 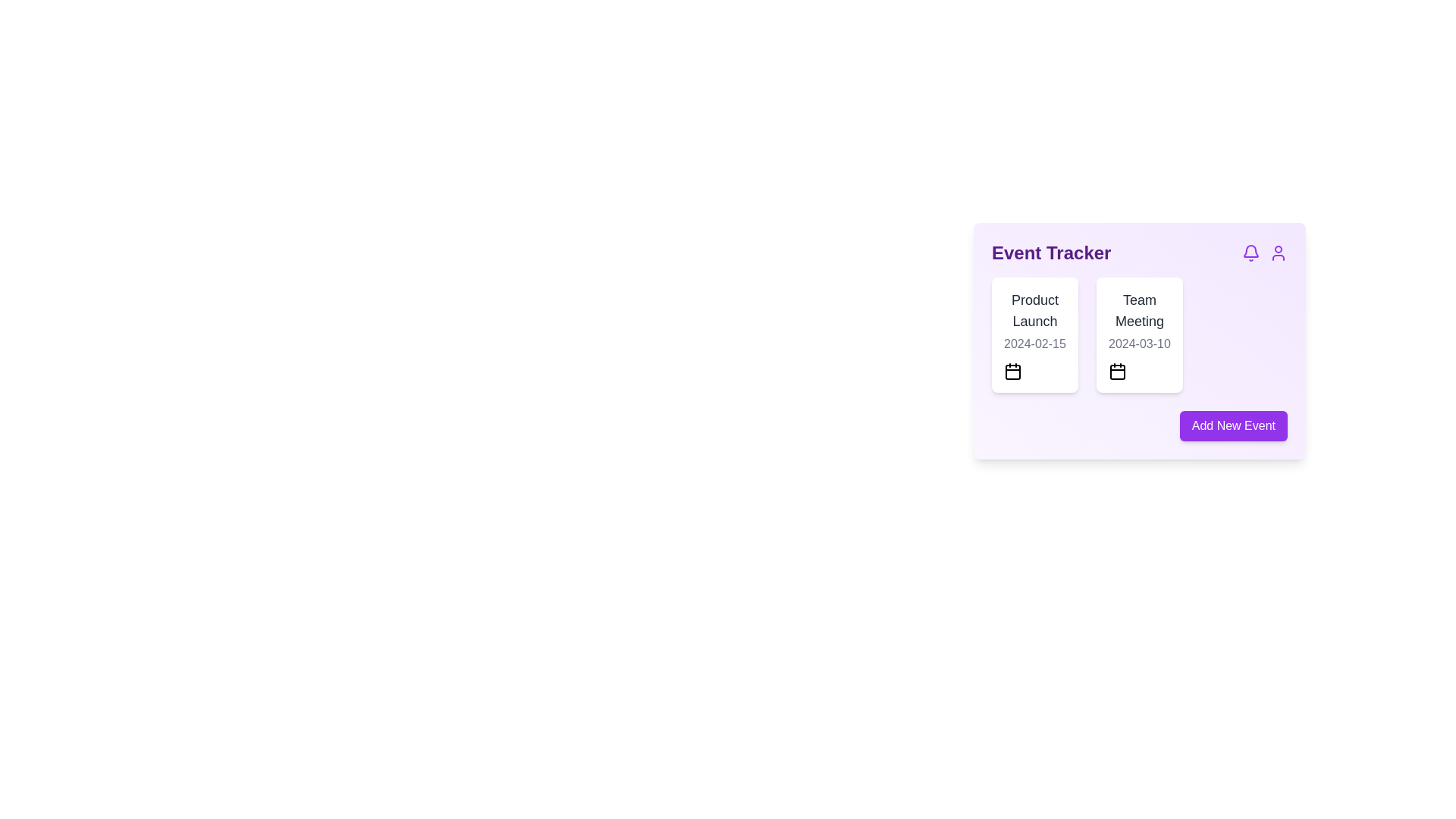 What do you see at coordinates (1139, 344) in the screenshot?
I see `the static text label displaying the date for the 'Team Meeting' event, which is located below the title in the second card of a horizontally arranged series of cards` at bounding box center [1139, 344].